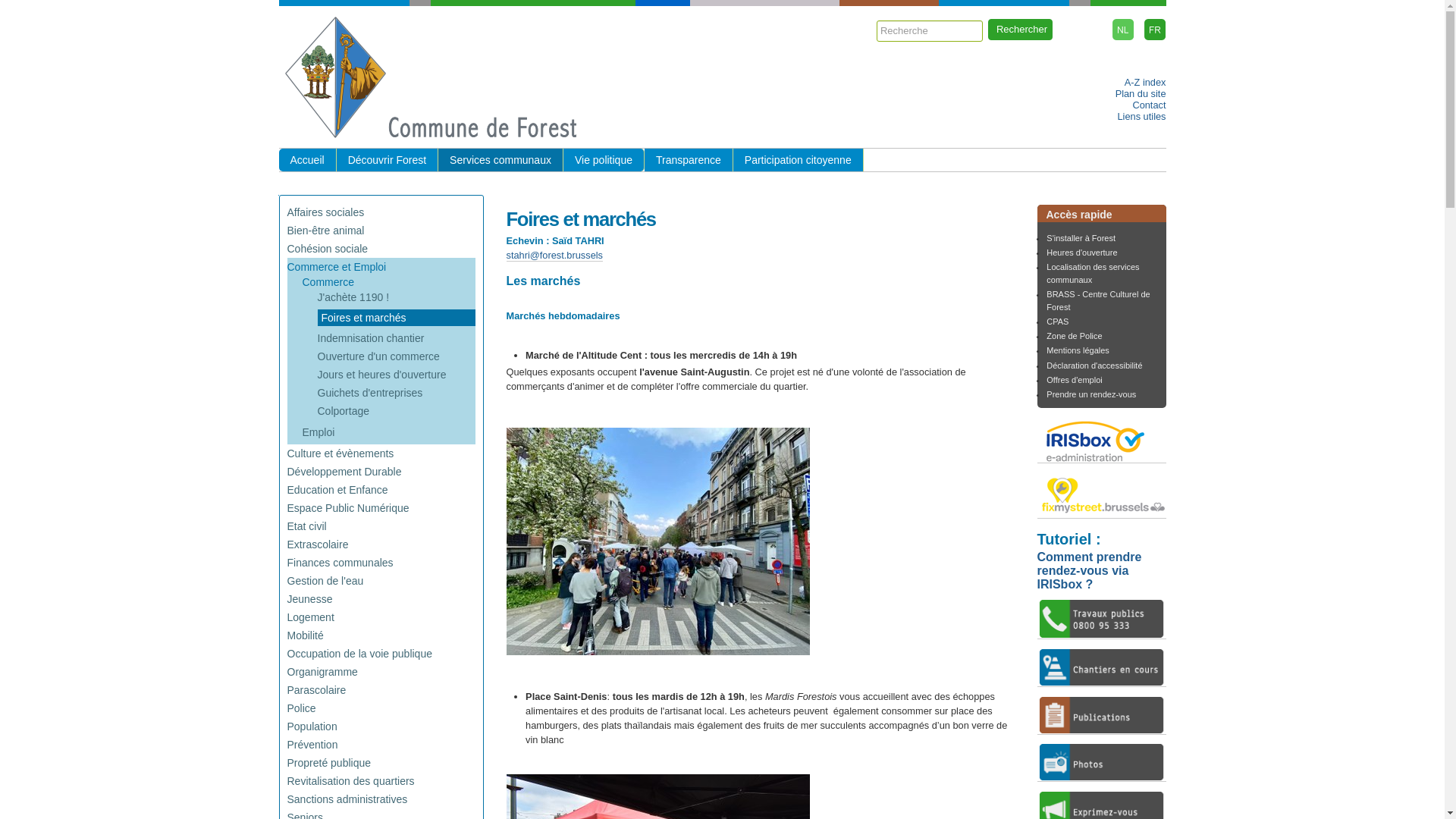  Describe the element at coordinates (302, 432) in the screenshot. I see `'Emploi'` at that location.